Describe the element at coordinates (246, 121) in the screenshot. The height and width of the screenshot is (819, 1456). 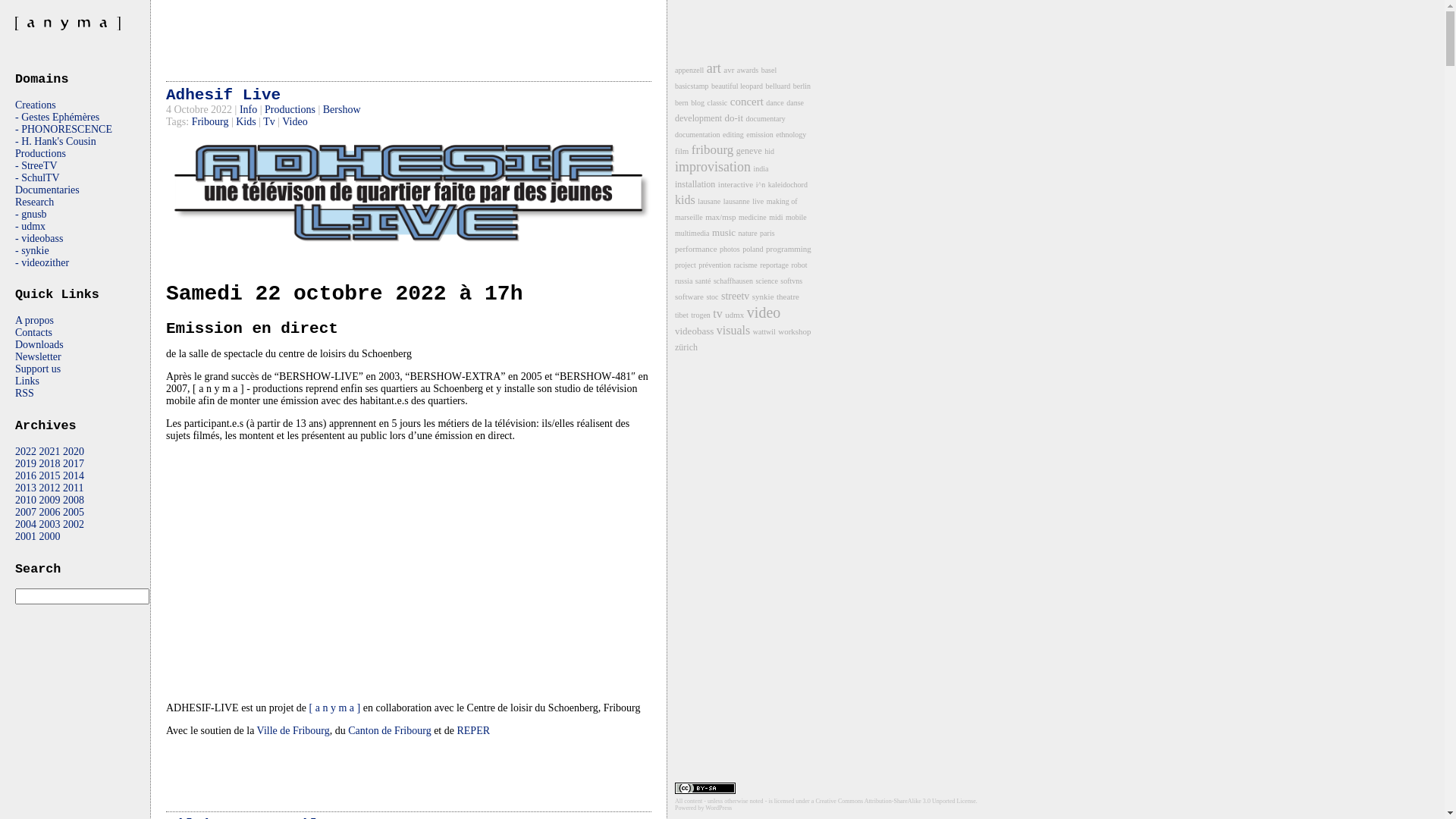
I see `'Kids'` at that location.